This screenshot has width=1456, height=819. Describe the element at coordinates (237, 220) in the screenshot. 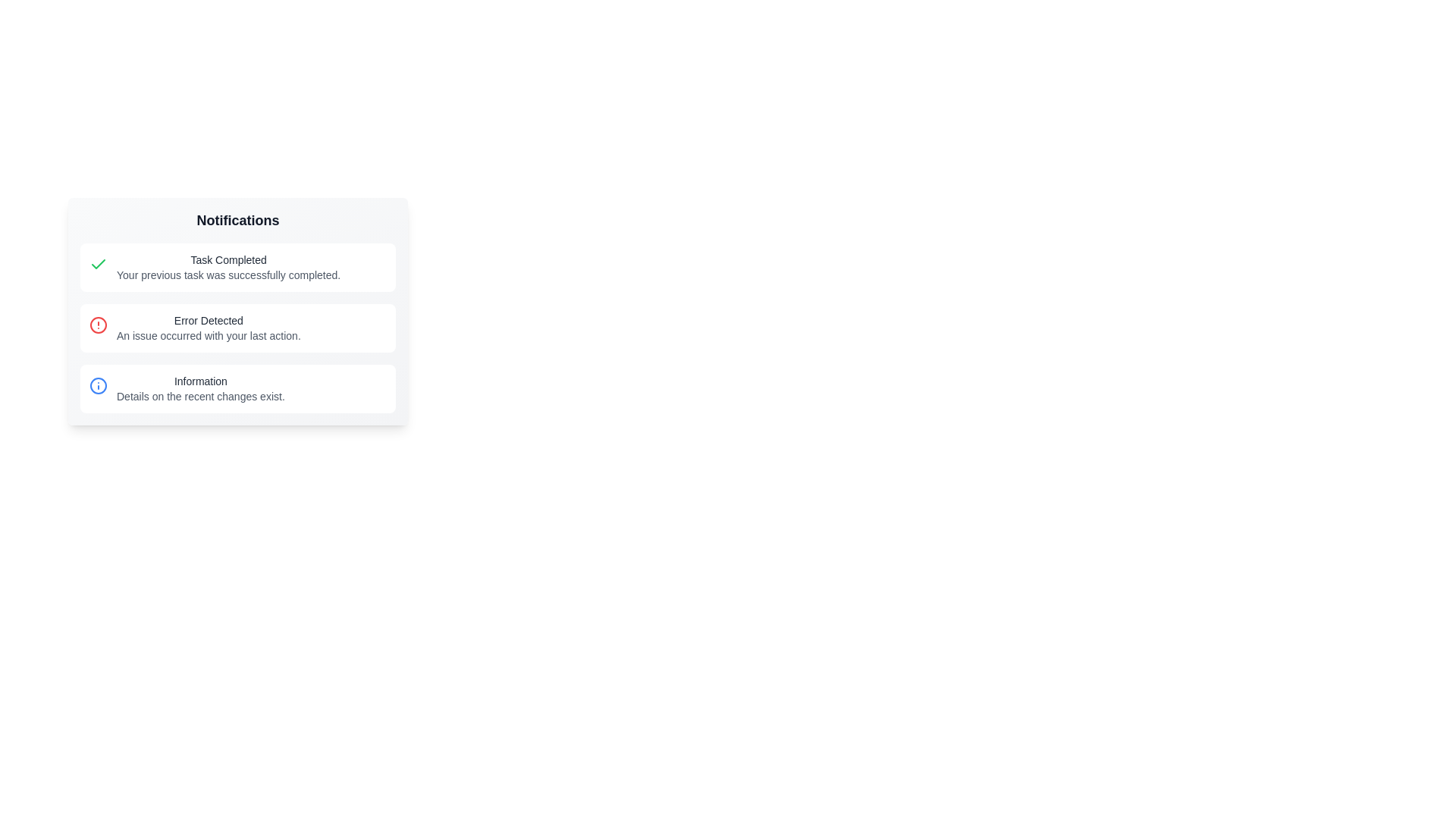

I see `title of the text header labeled 'Notifications', which is styled in bold and located at the top of the notification card` at that location.